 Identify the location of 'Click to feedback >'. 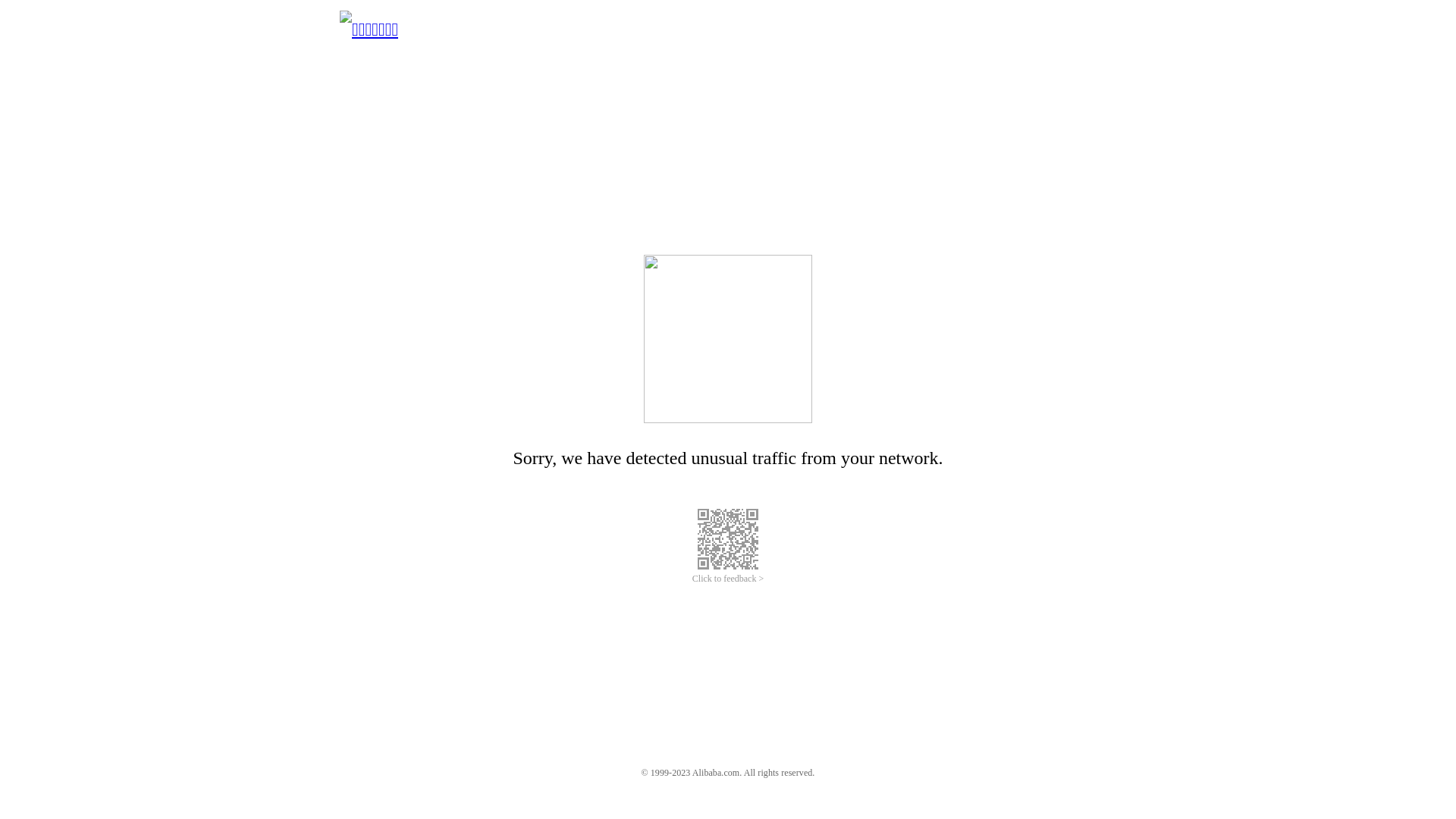
(728, 579).